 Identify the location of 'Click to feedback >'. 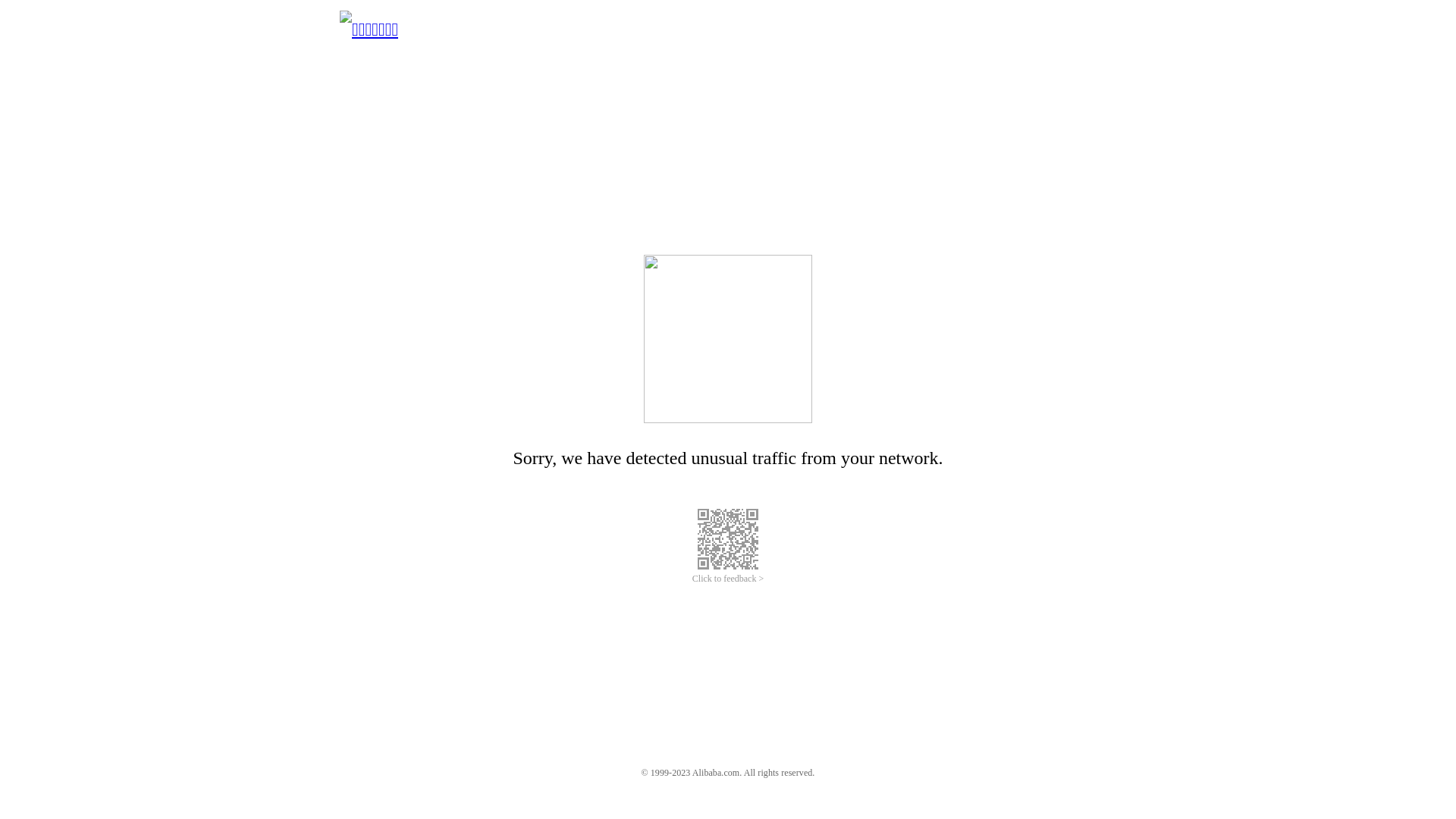
(728, 579).